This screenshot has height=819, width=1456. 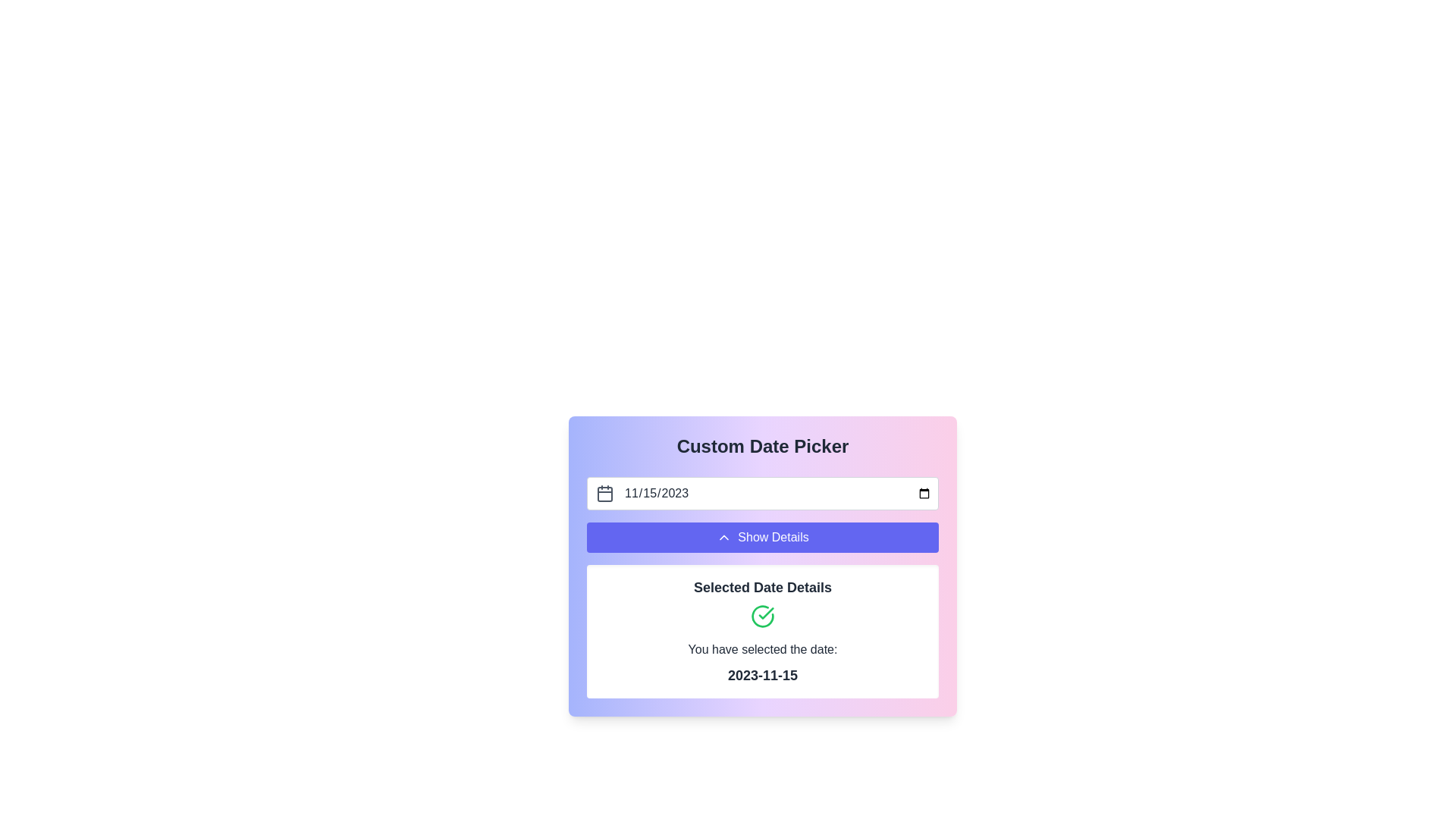 I want to click on the Date Picker Input Field, so click(x=763, y=494).